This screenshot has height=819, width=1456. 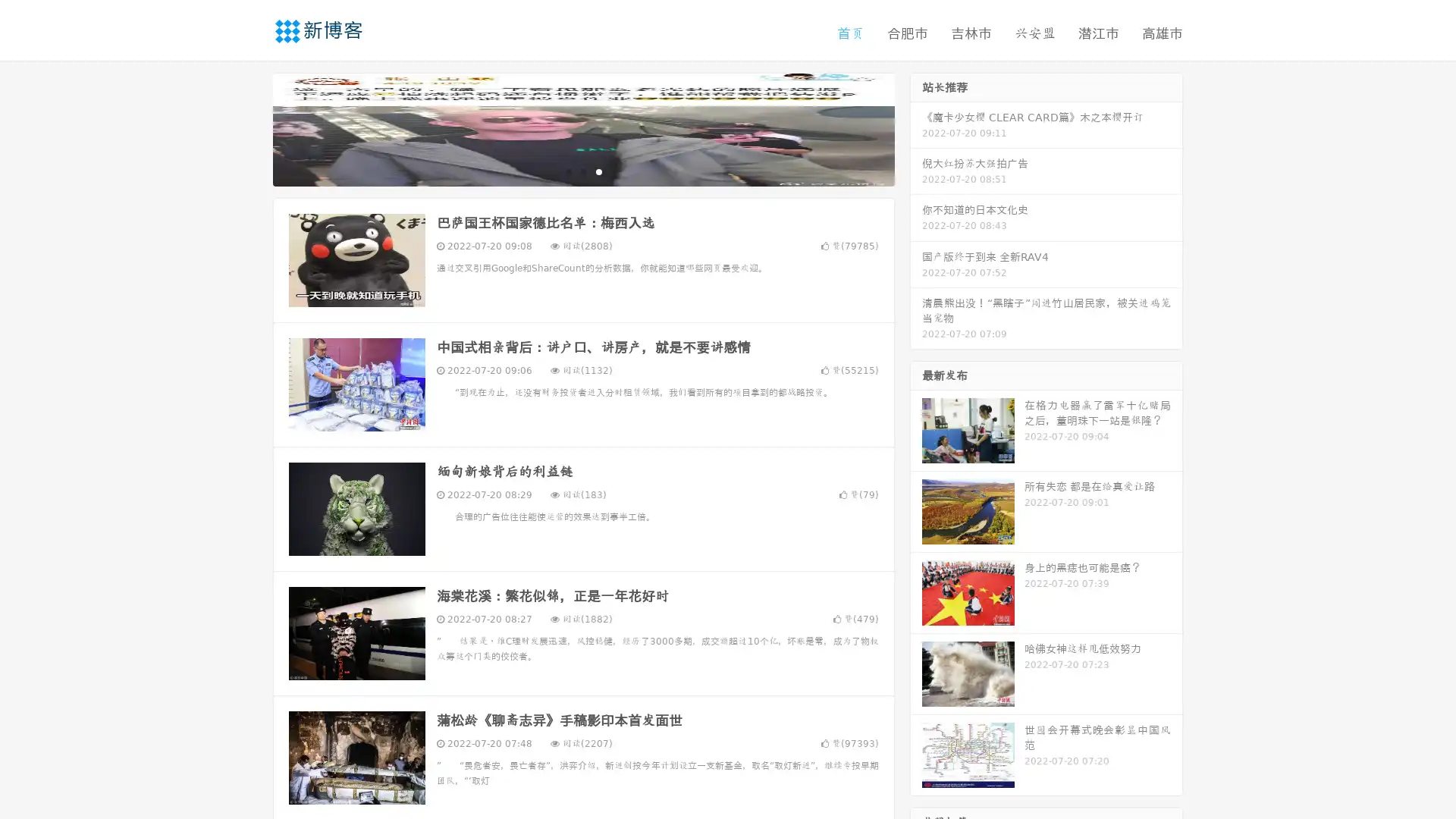 I want to click on Go to slide 1, so click(x=567, y=171).